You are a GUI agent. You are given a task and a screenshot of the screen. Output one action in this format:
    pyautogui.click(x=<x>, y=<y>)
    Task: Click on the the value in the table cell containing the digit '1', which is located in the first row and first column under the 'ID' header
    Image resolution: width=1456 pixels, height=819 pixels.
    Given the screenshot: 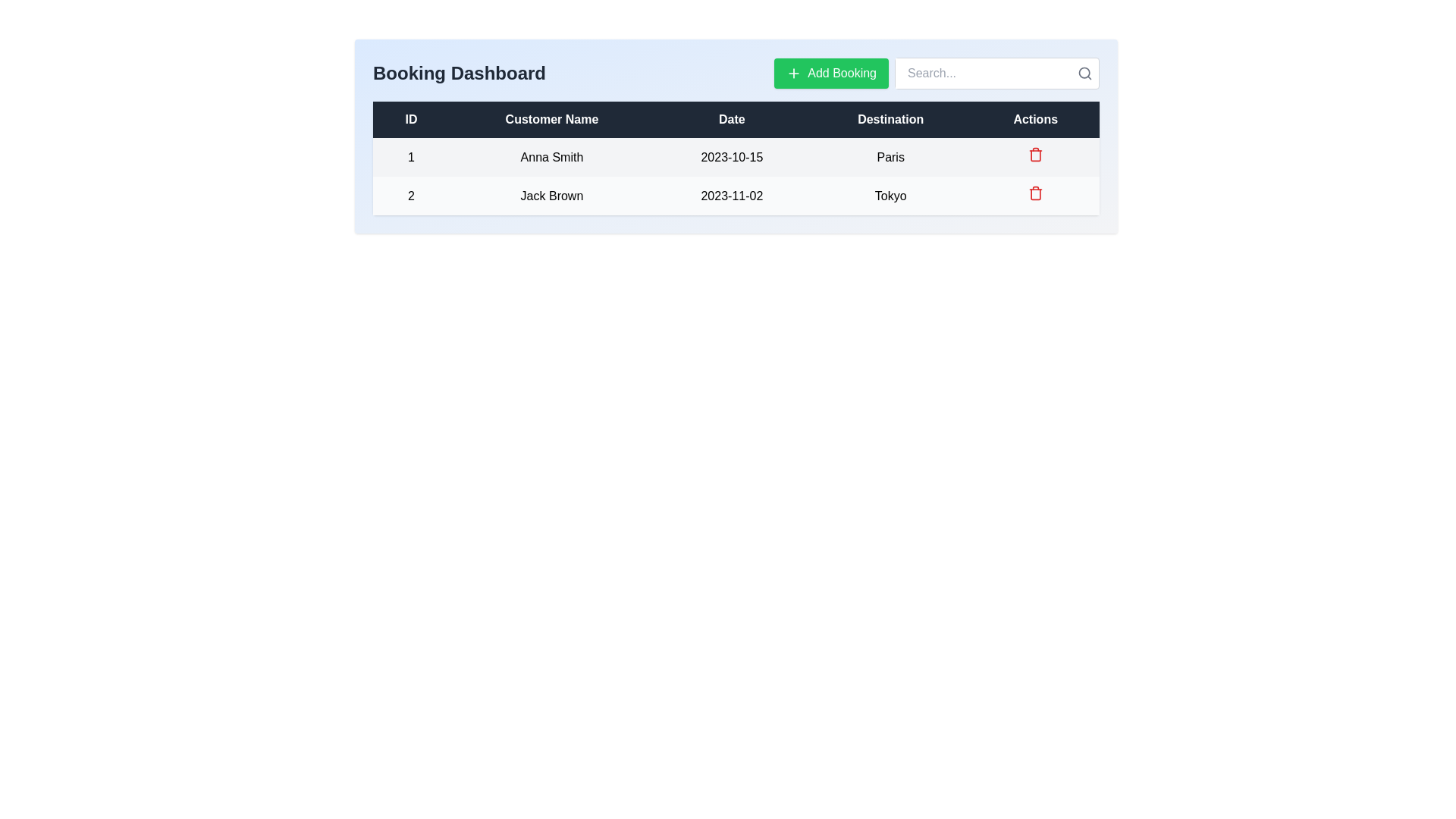 What is the action you would take?
    pyautogui.click(x=411, y=157)
    